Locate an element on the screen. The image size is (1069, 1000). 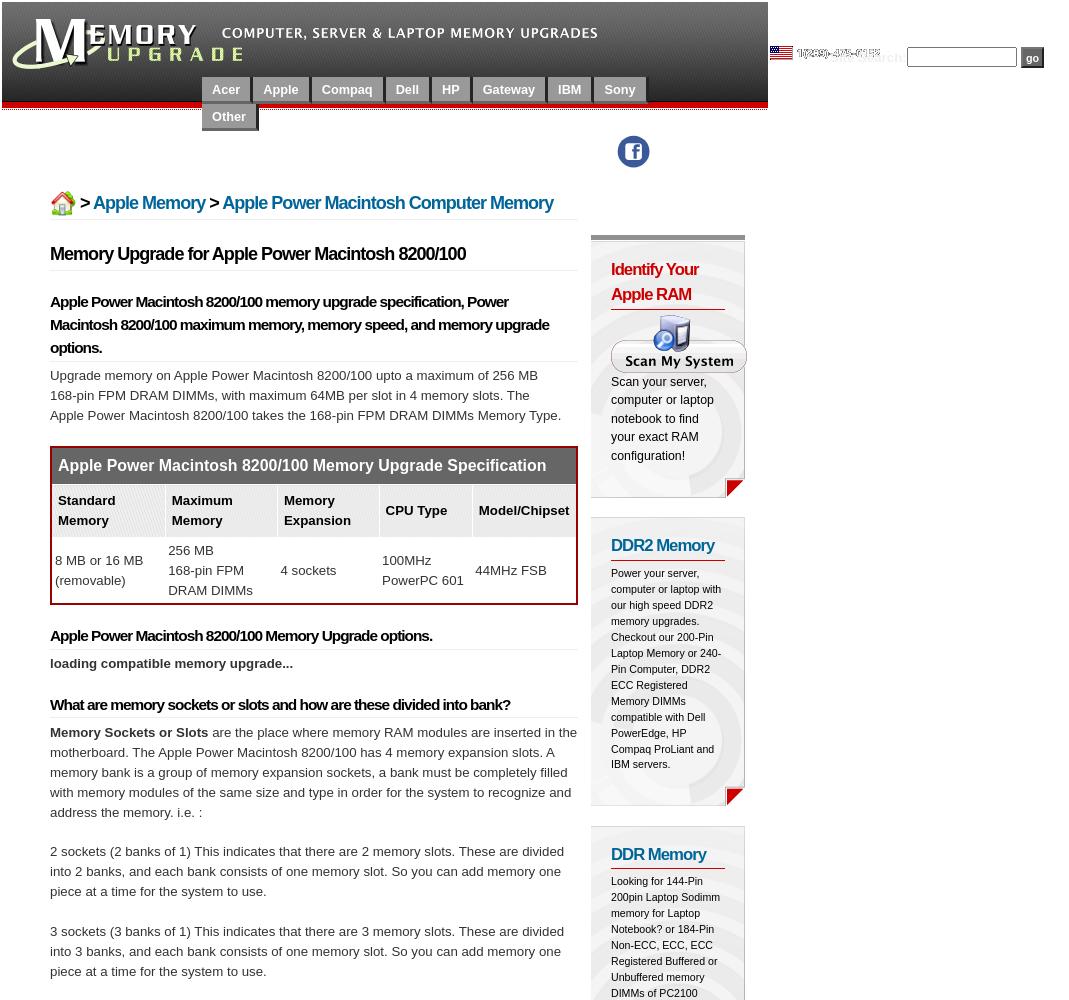
'44MHz FSB' is located at coordinates (509, 568).